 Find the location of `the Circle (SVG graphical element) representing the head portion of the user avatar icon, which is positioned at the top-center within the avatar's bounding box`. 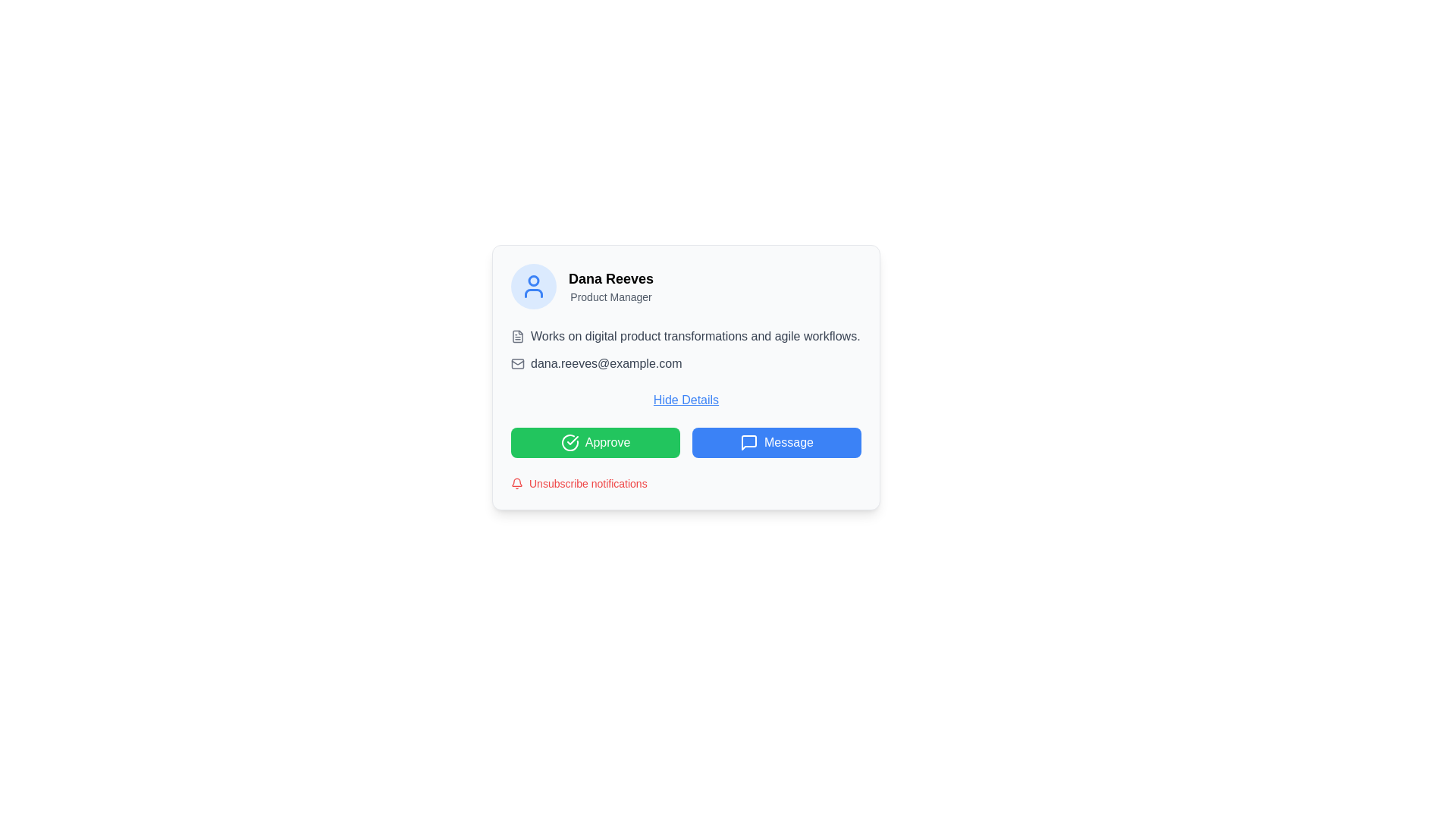

the Circle (SVG graphical element) representing the head portion of the user avatar icon, which is positioned at the top-center within the avatar's bounding box is located at coordinates (534, 281).